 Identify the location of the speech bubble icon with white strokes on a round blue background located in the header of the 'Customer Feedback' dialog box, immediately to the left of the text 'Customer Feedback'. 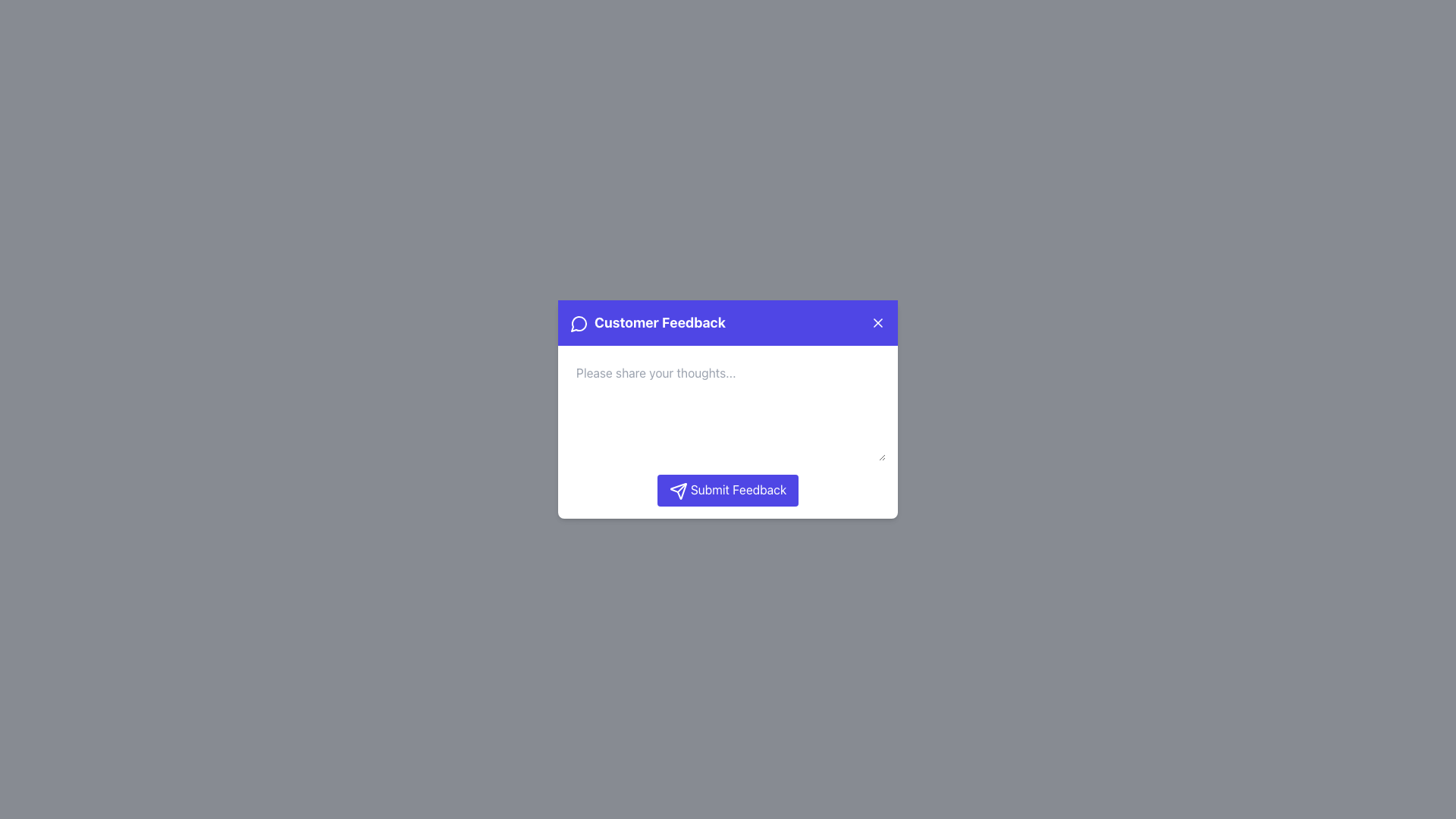
(578, 323).